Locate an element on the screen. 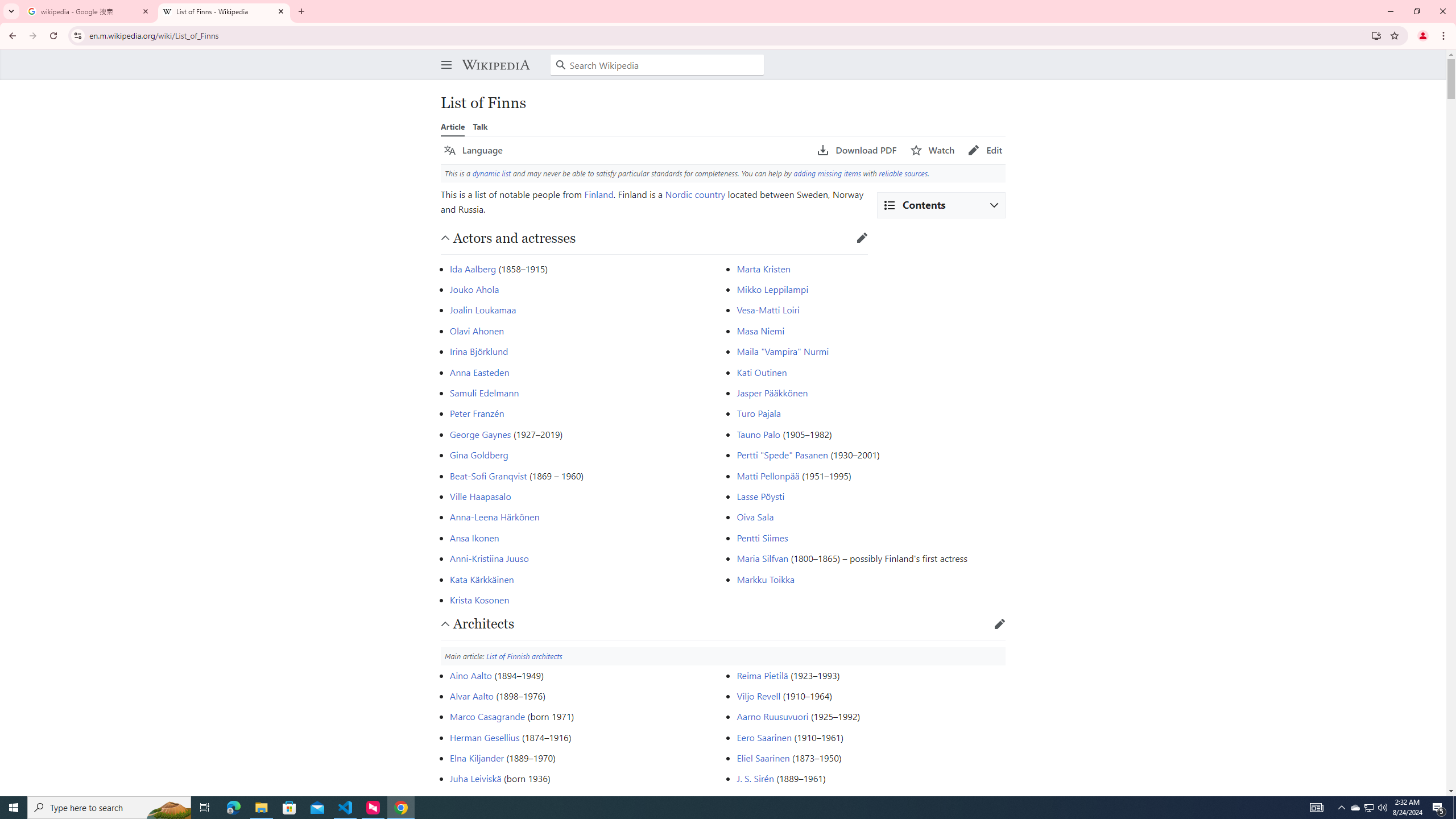 The height and width of the screenshot is (819, 1456). 'Watch' is located at coordinates (932, 150).